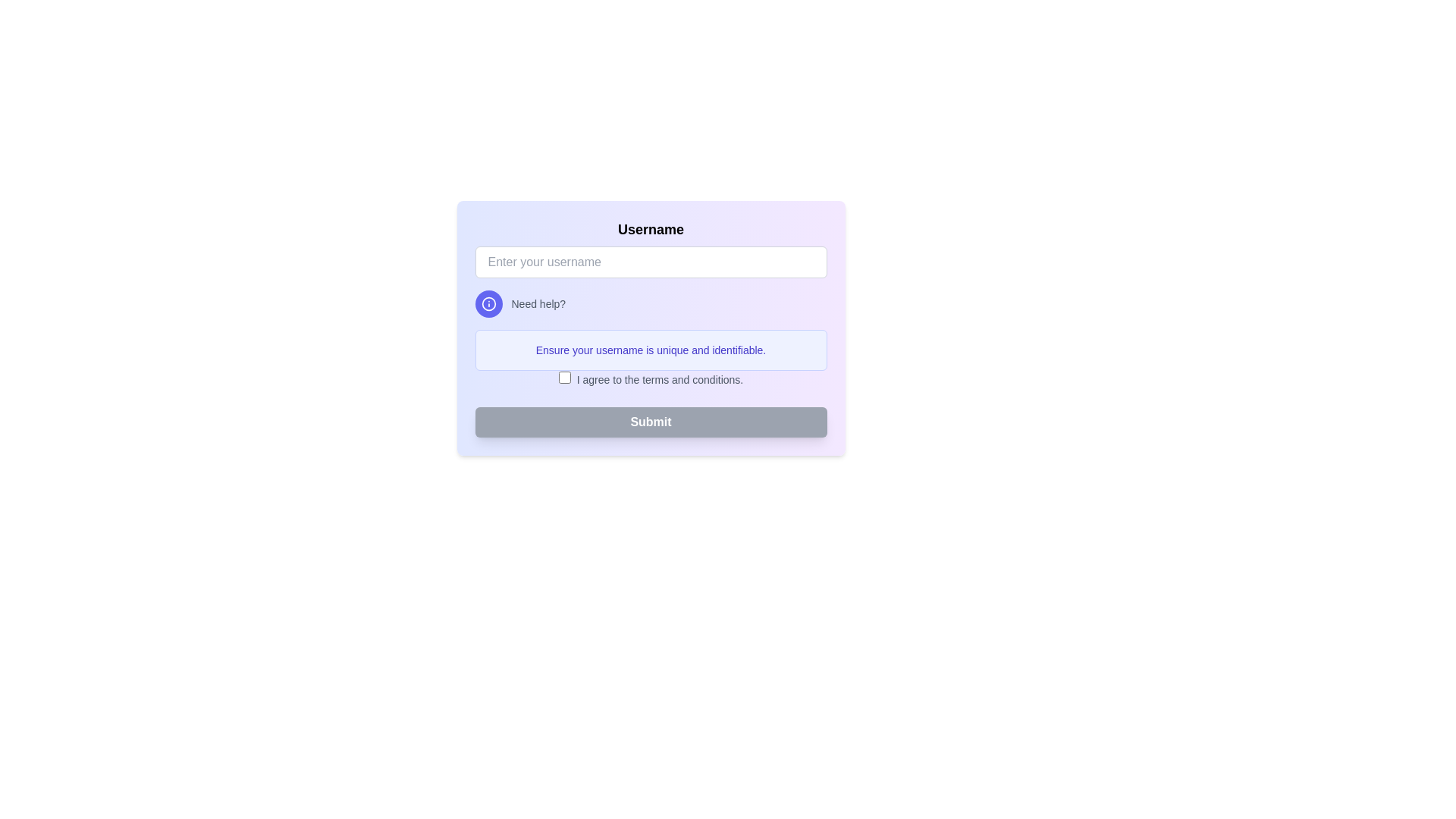 This screenshot has height=819, width=1456. What do you see at coordinates (651, 230) in the screenshot?
I see `the bold, black-label text 'Username' which is positioned above the username input field` at bounding box center [651, 230].